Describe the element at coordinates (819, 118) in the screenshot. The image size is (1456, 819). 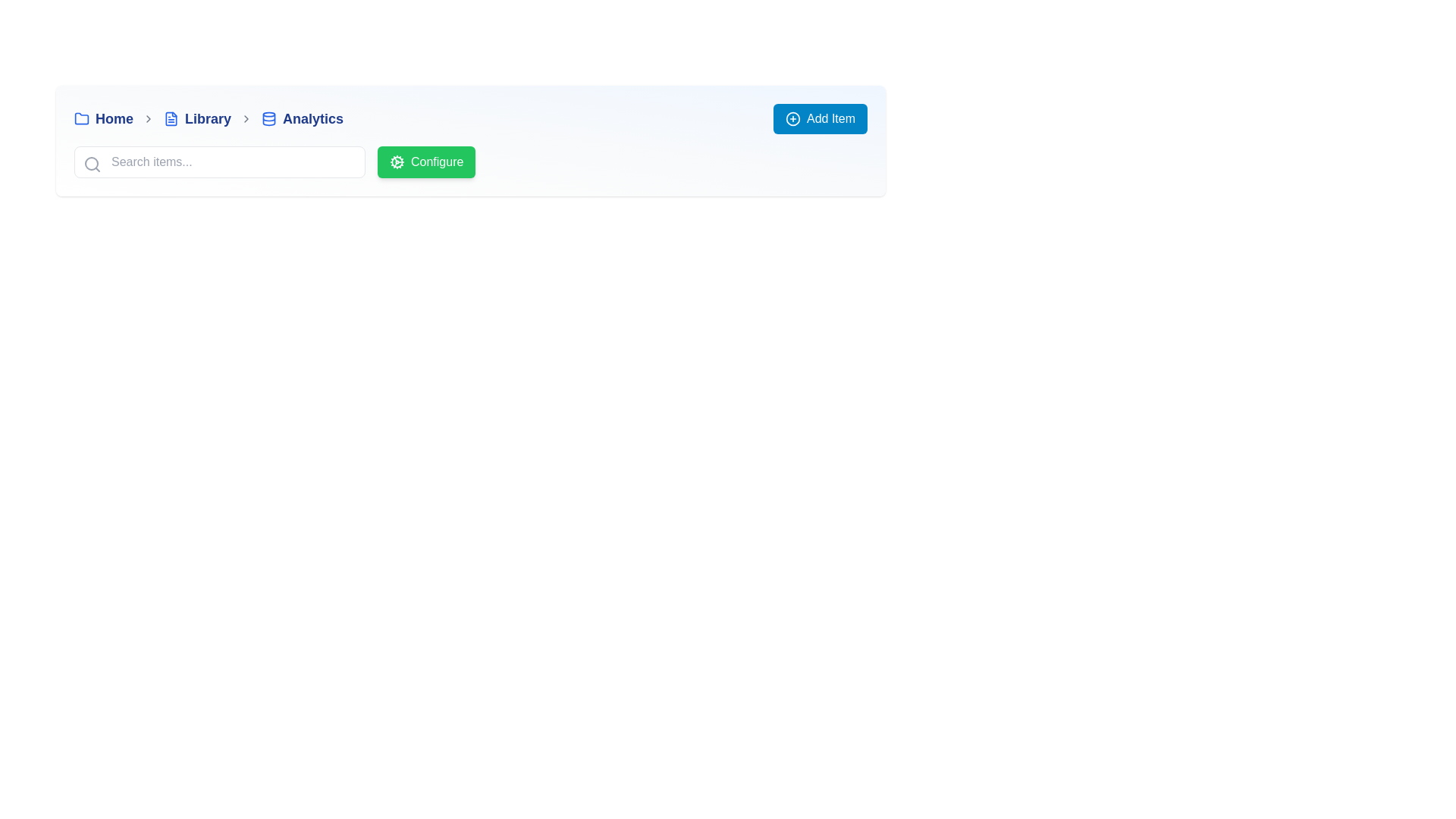
I see `the 'Add Item' button` at that location.